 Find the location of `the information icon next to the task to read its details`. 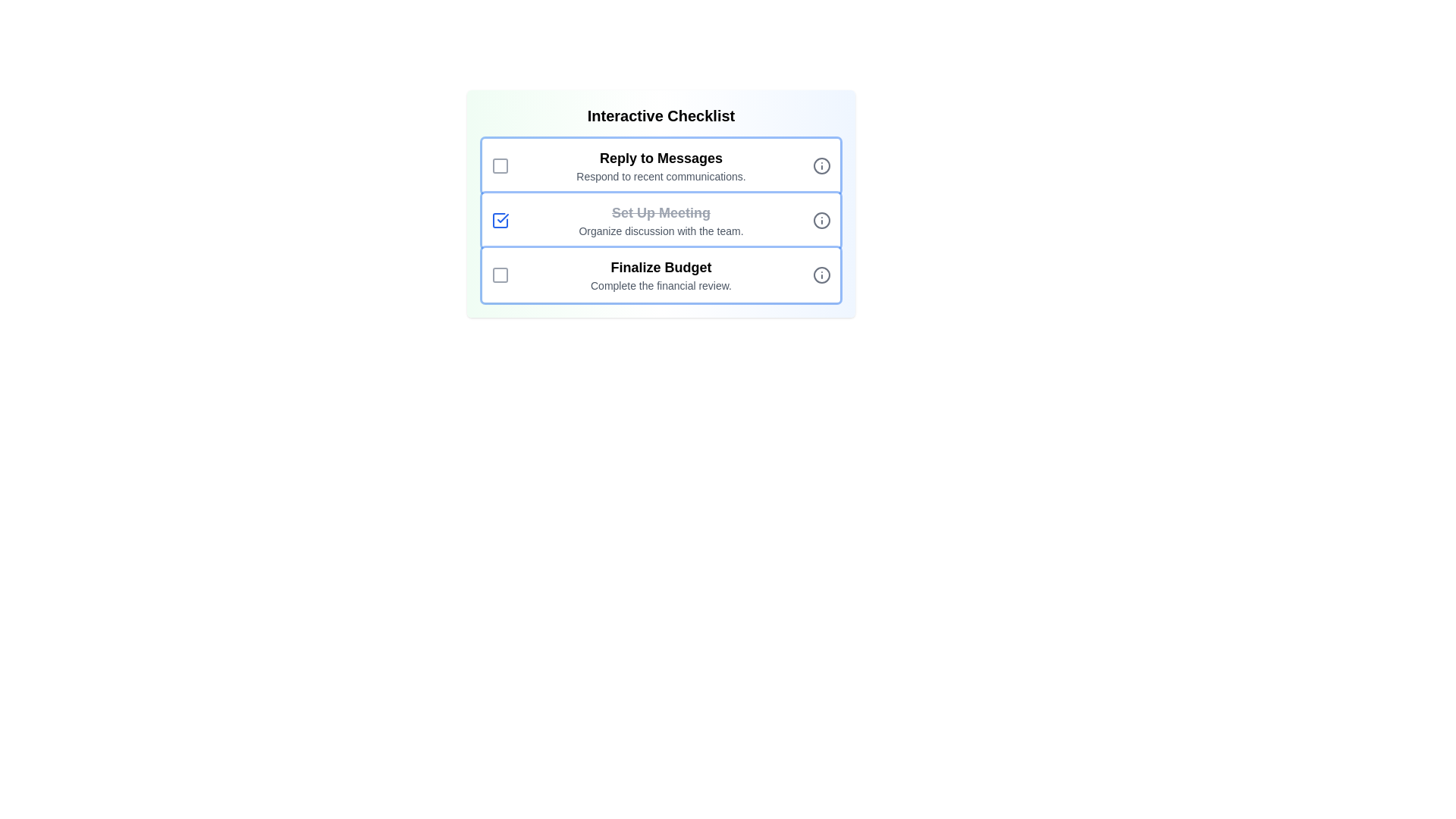

the information icon next to the task to read its details is located at coordinates (821, 166).